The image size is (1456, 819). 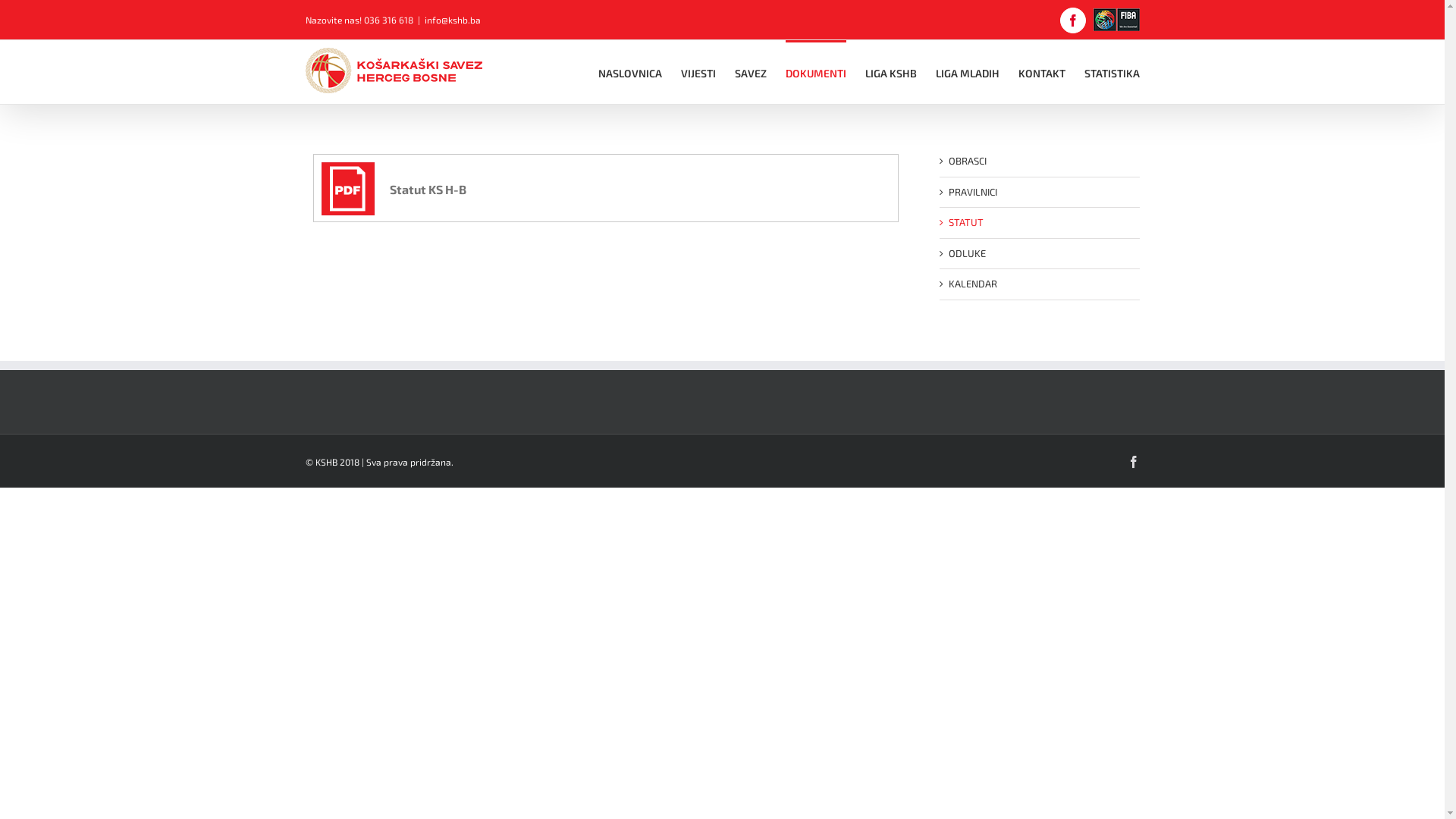 I want to click on 'VIJESTI', so click(x=698, y=72).